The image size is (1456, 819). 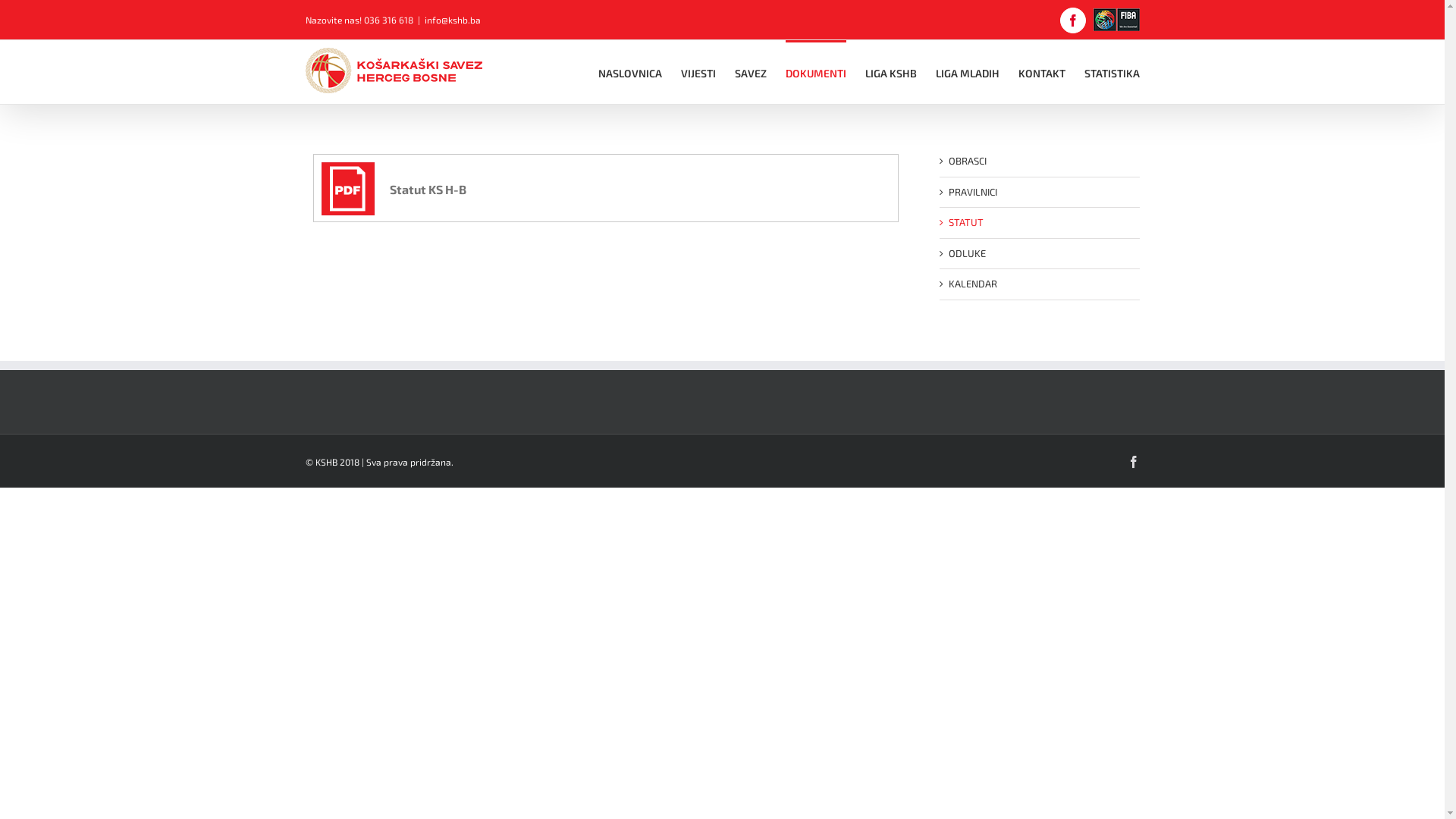 I want to click on 'VIJESTI', so click(x=698, y=72).